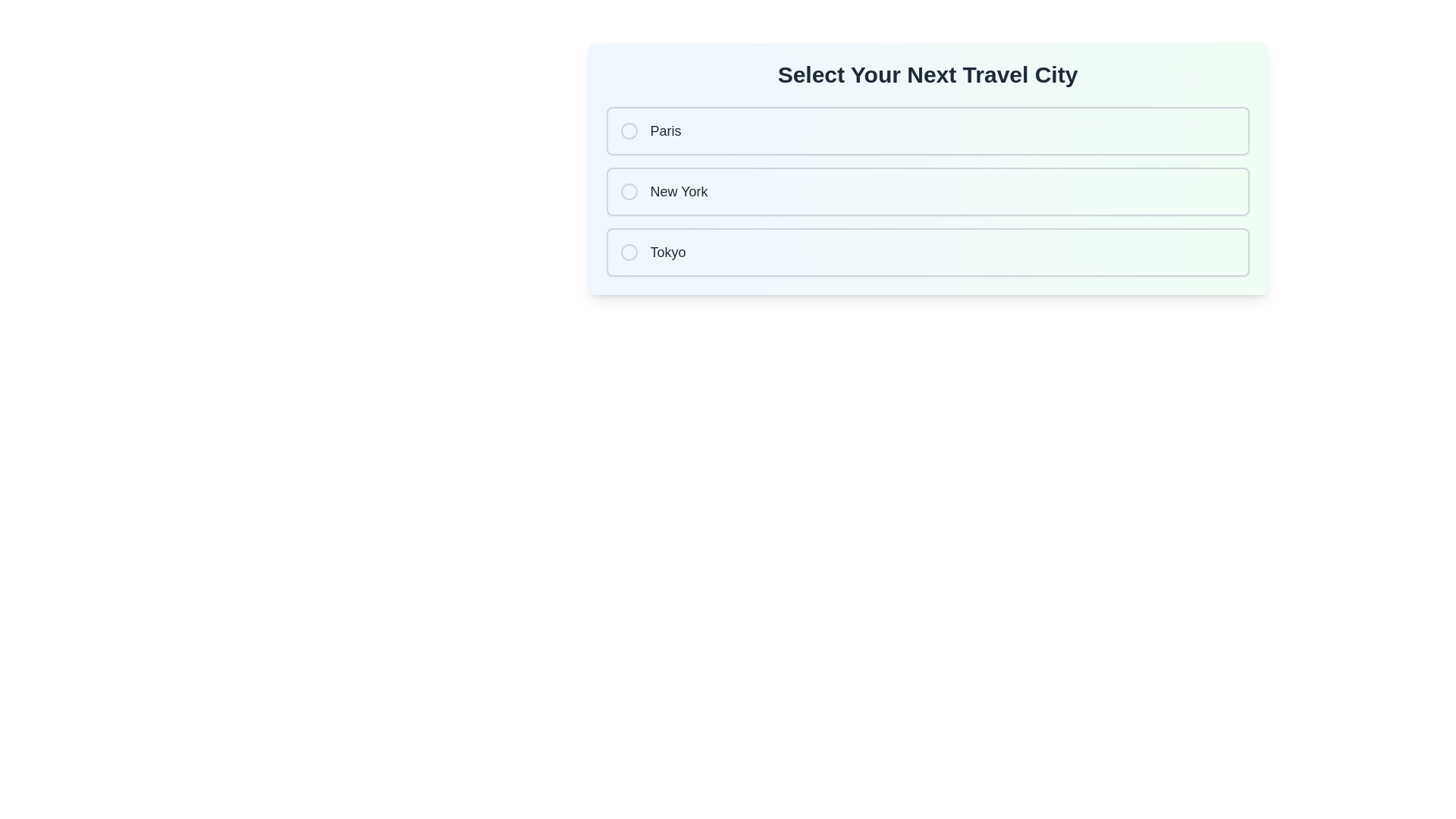 The width and height of the screenshot is (1456, 819). Describe the element at coordinates (629, 130) in the screenshot. I see `the radio button associated with the 'Paris' option` at that location.